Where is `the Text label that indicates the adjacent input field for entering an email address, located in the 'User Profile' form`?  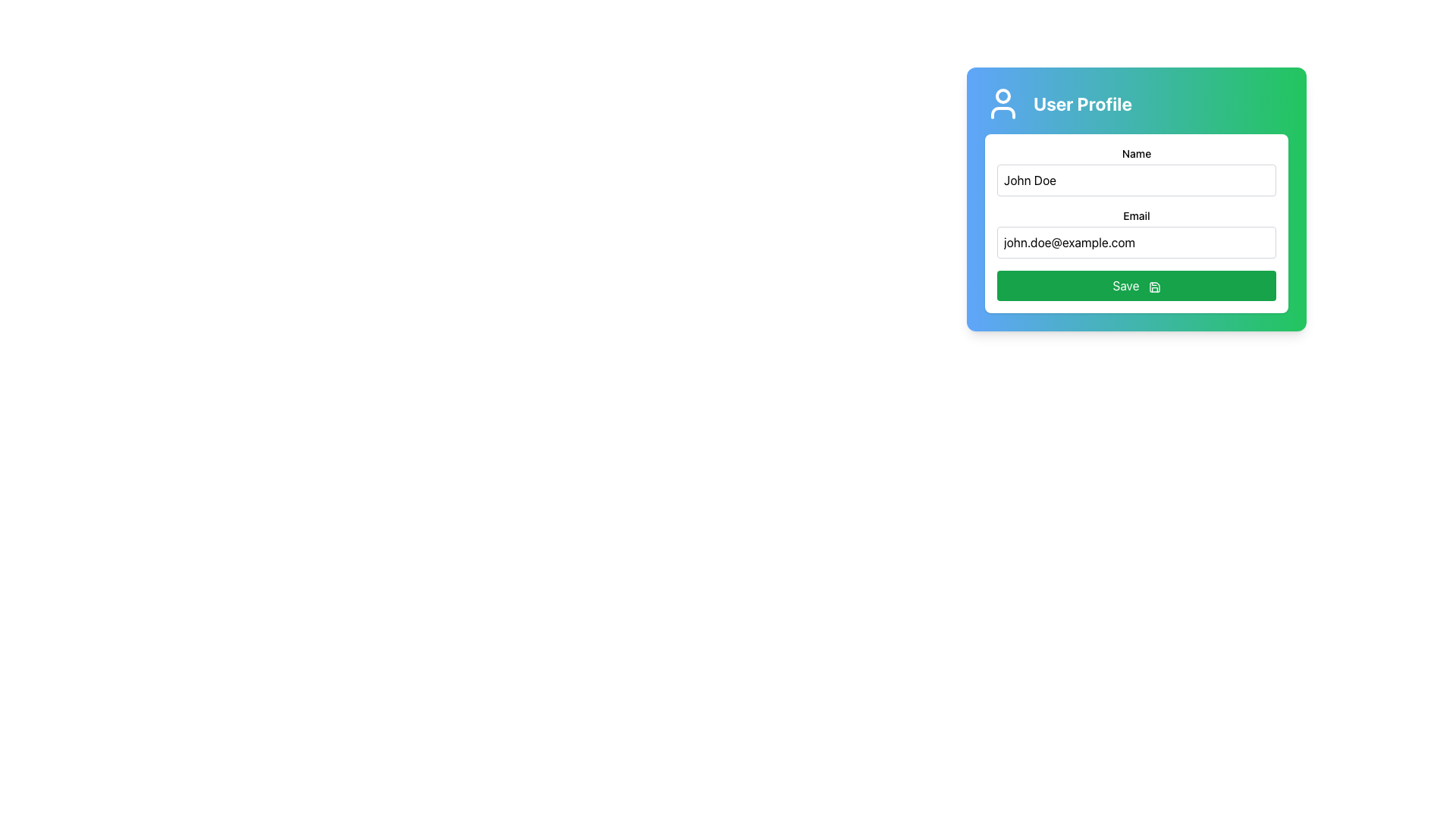
the Text label that indicates the adjacent input field for entering an email address, located in the 'User Profile' form is located at coordinates (1136, 216).